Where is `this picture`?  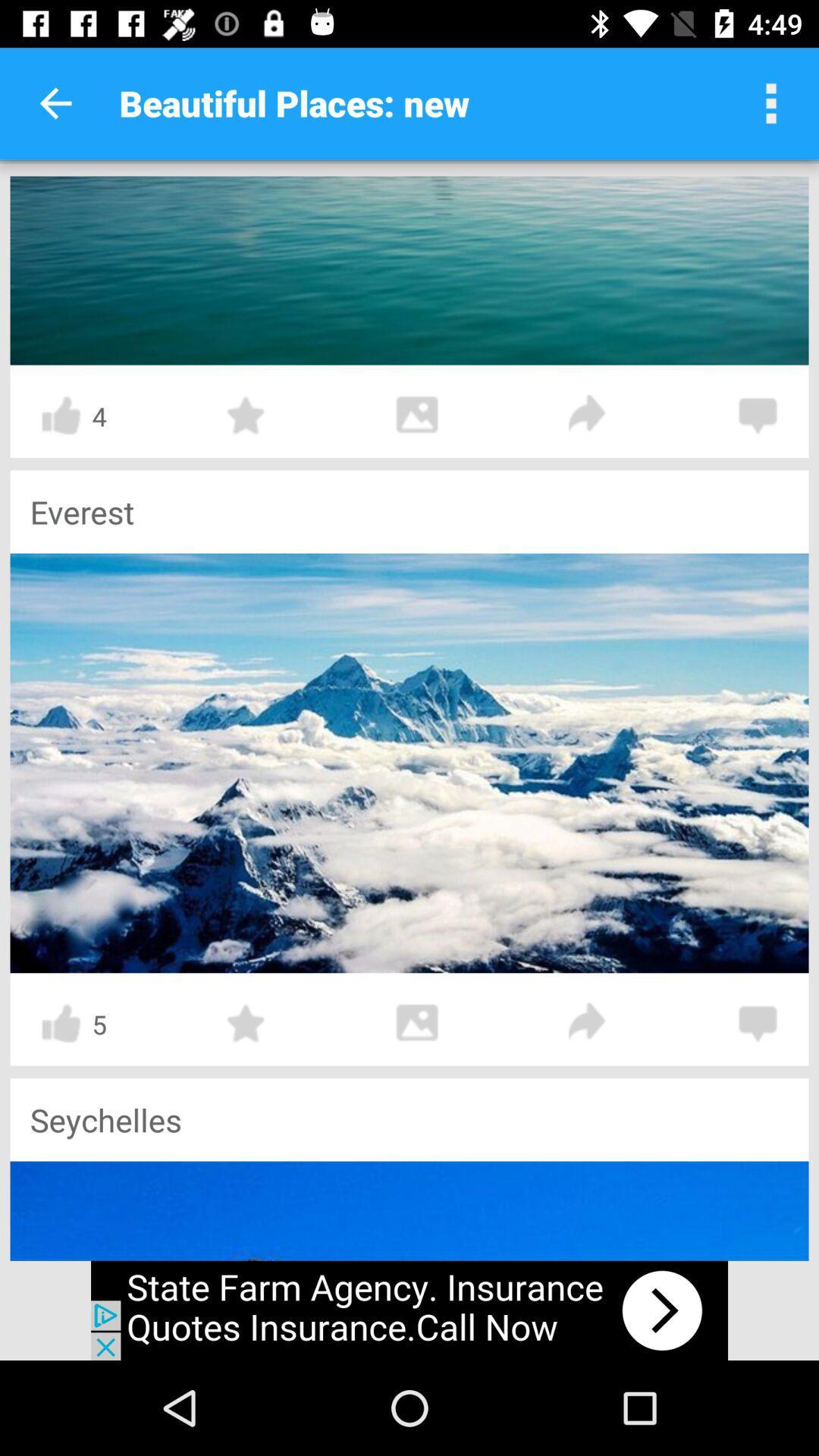
this picture is located at coordinates (409, 270).